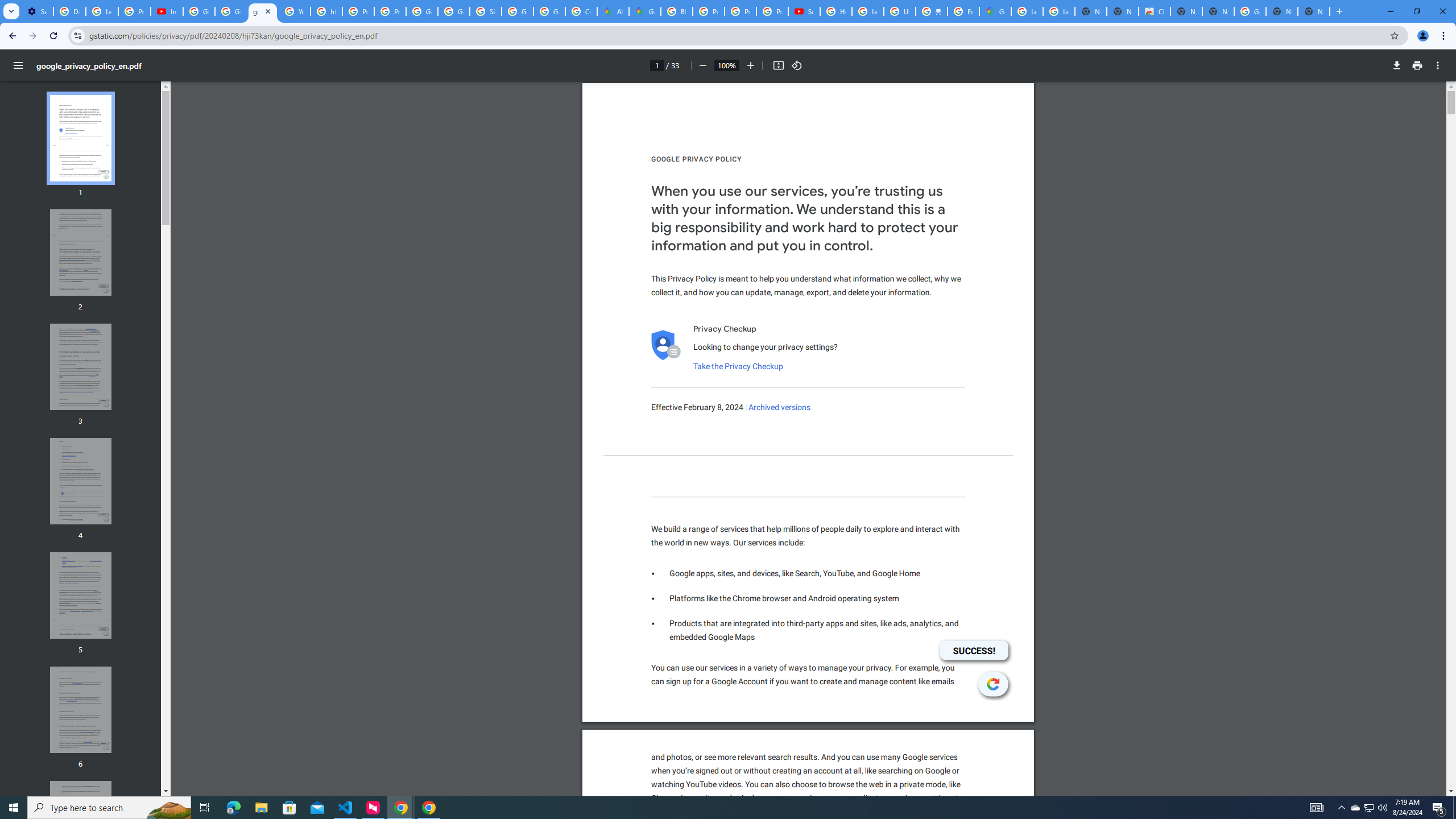 This screenshot has width=1456, height=819. Describe the element at coordinates (702, 65) in the screenshot. I see `'Zoom out'` at that location.